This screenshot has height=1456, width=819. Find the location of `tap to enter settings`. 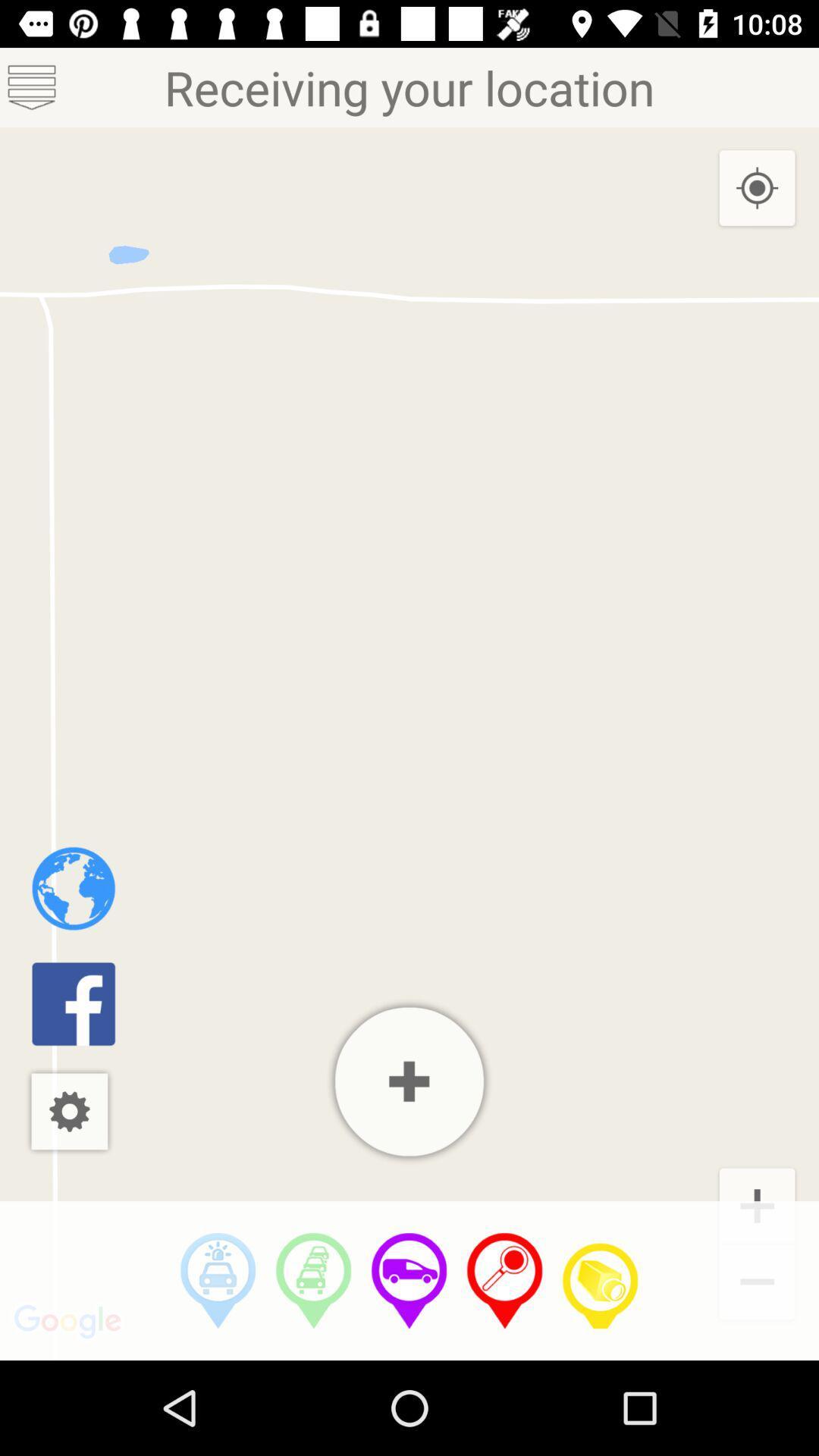

tap to enter settings is located at coordinates (69, 1111).